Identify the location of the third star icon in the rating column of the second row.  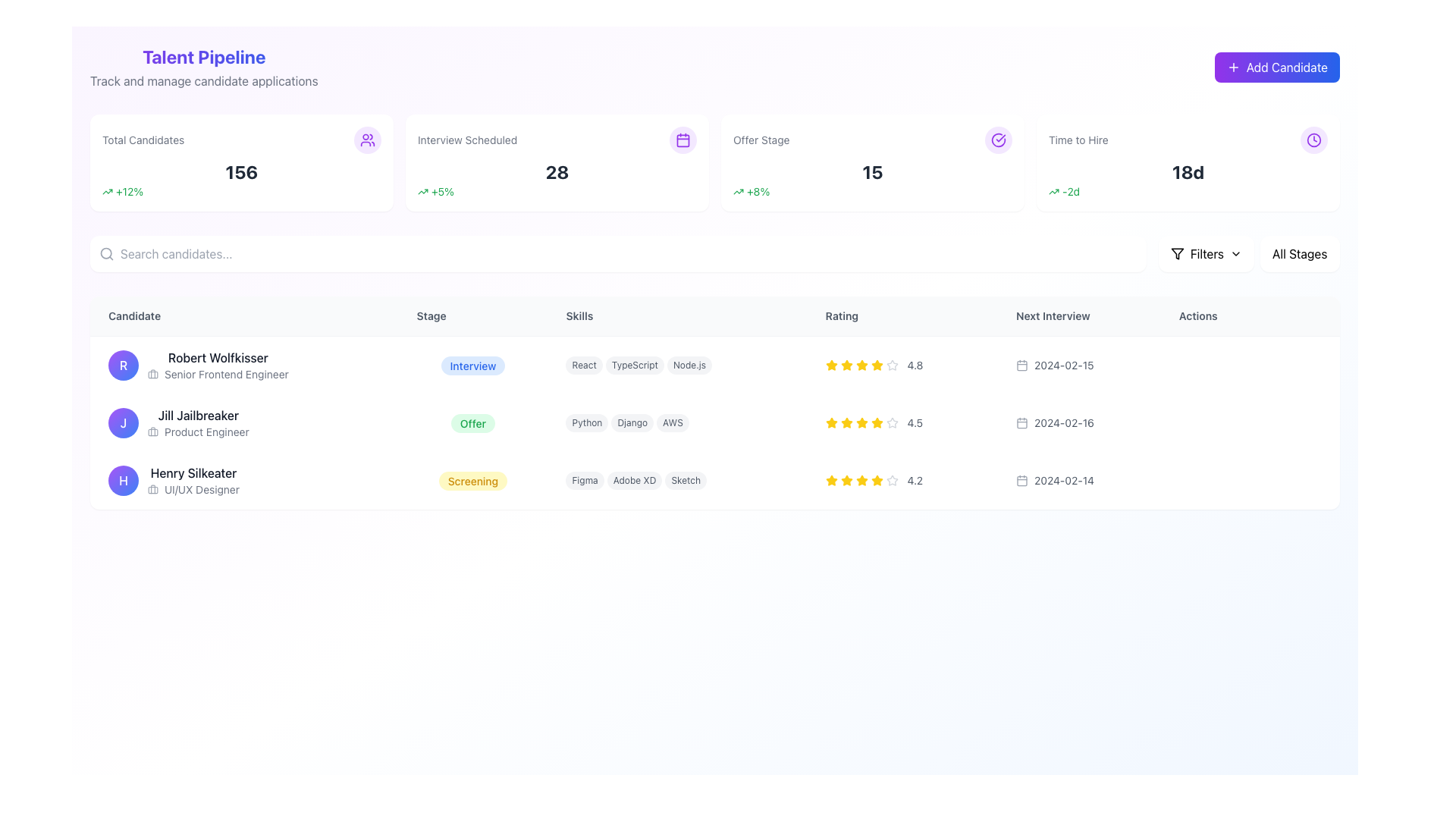
(861, 422).